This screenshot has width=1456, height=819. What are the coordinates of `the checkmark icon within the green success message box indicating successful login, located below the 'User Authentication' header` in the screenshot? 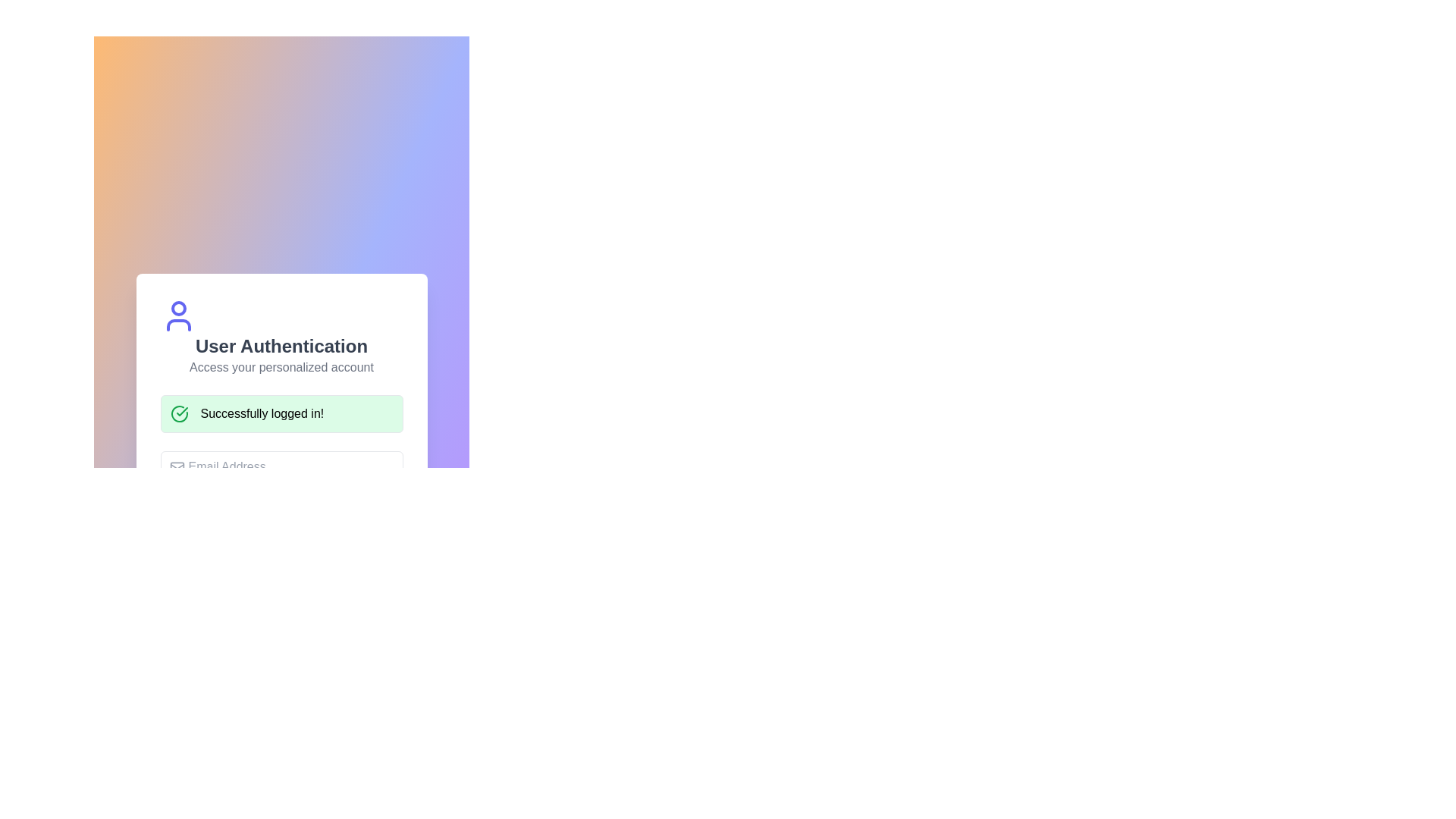 It's located at (182, 412).